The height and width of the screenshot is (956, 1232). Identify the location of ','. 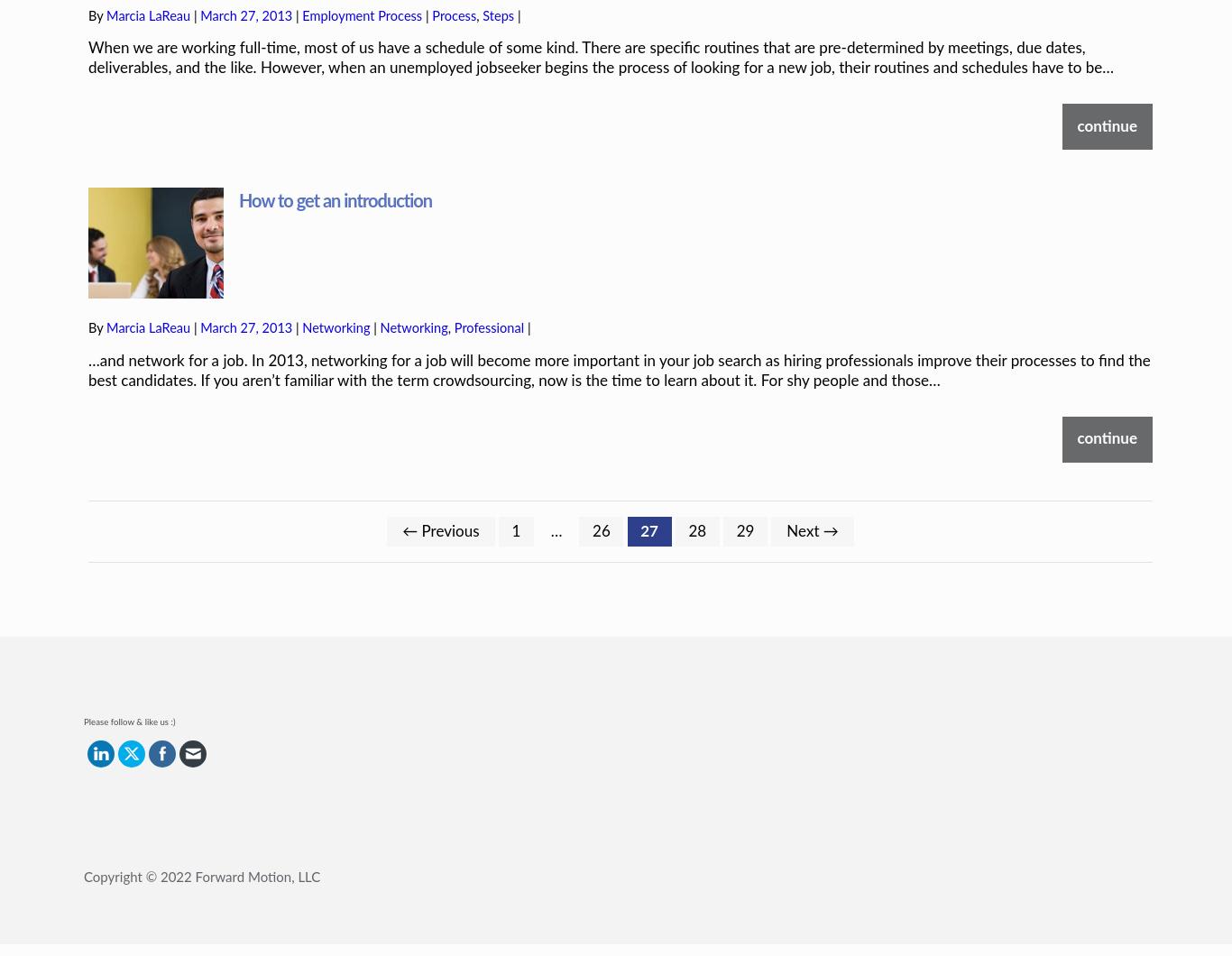
(450, 267).